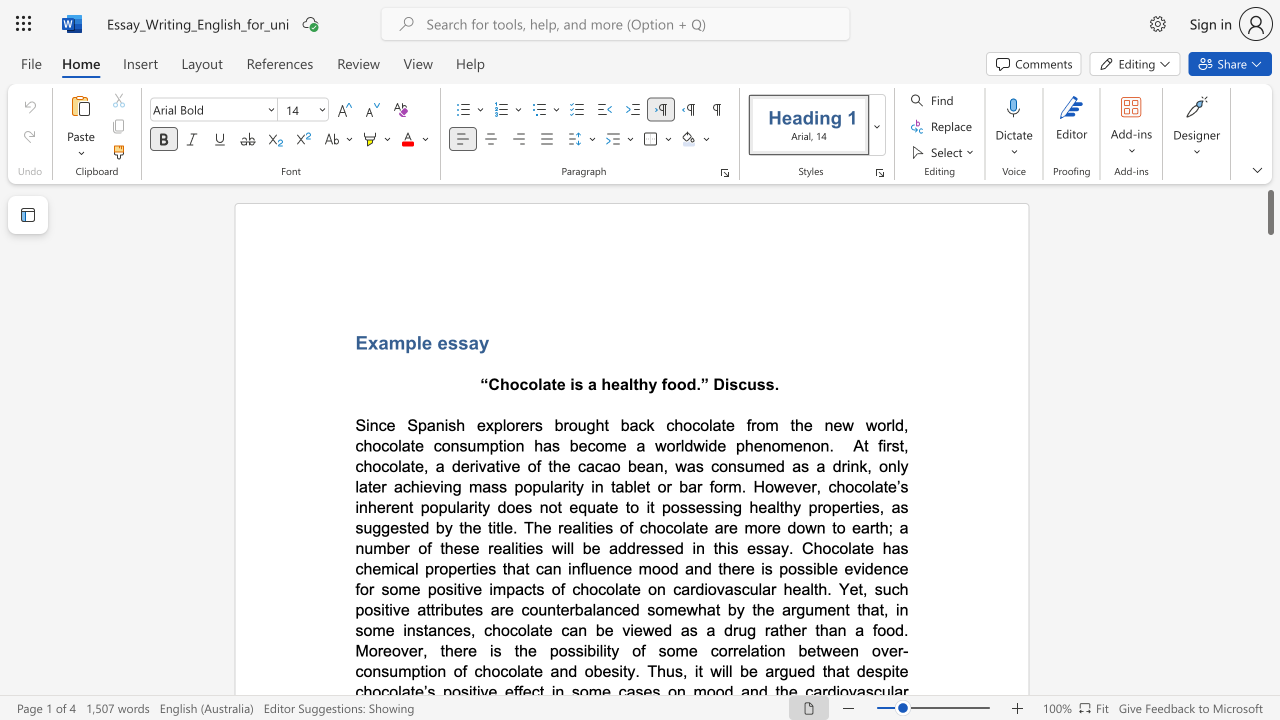 Image resolution: width=1280 pixels, height=720 pixels. What do you see at coordinates (1269, 580) in the screenshot?
I see `the scrollbar to scroll the page down` at bounding box center [1269, 580].